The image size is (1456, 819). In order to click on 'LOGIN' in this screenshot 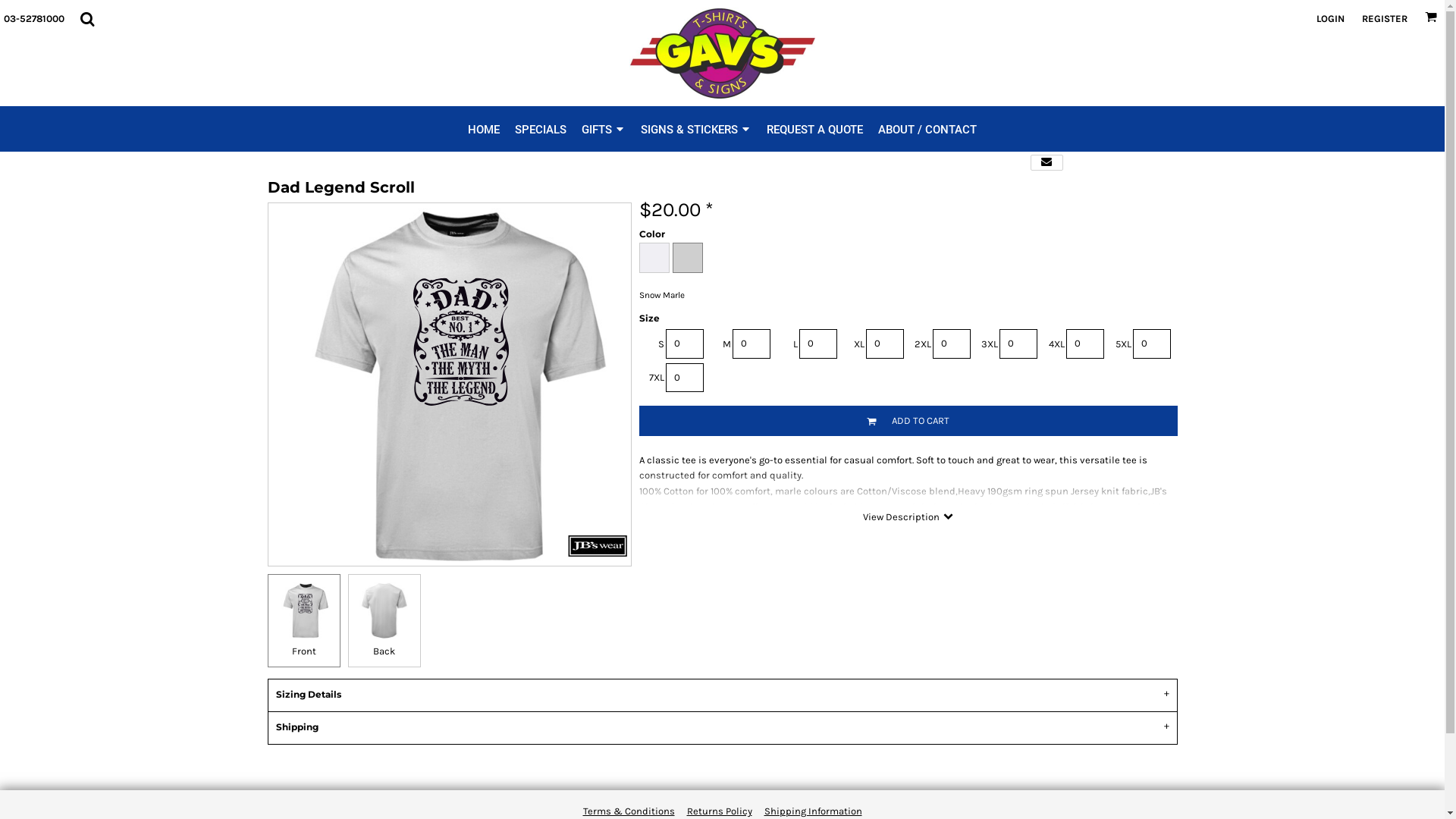, I will do `click(1329, 18)`.